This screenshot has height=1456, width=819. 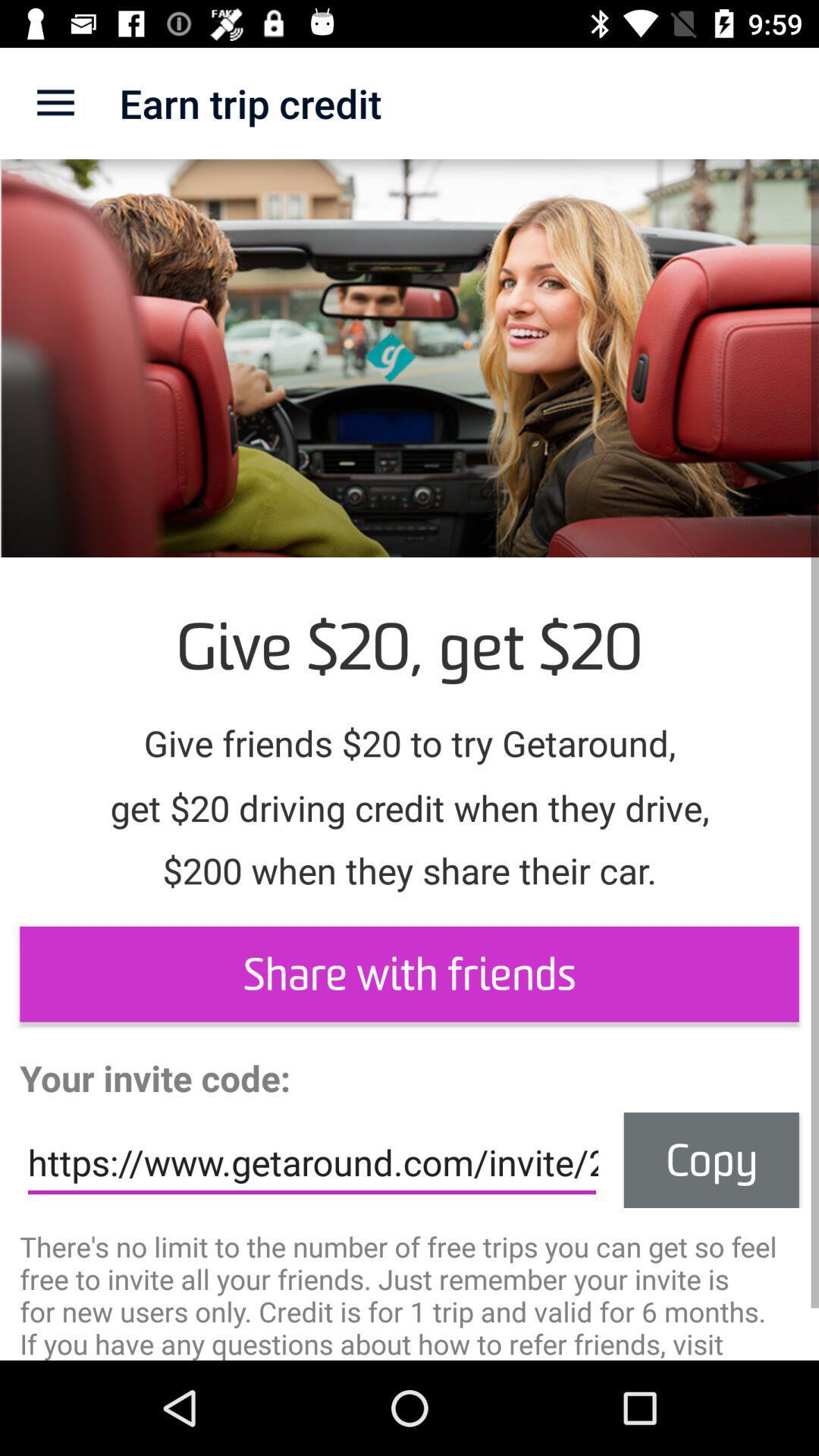 What do you see at coordinates (711, 1159) in the screenshot?
I see `item next to the https www getaround item` at bounding box center [711, 1159].